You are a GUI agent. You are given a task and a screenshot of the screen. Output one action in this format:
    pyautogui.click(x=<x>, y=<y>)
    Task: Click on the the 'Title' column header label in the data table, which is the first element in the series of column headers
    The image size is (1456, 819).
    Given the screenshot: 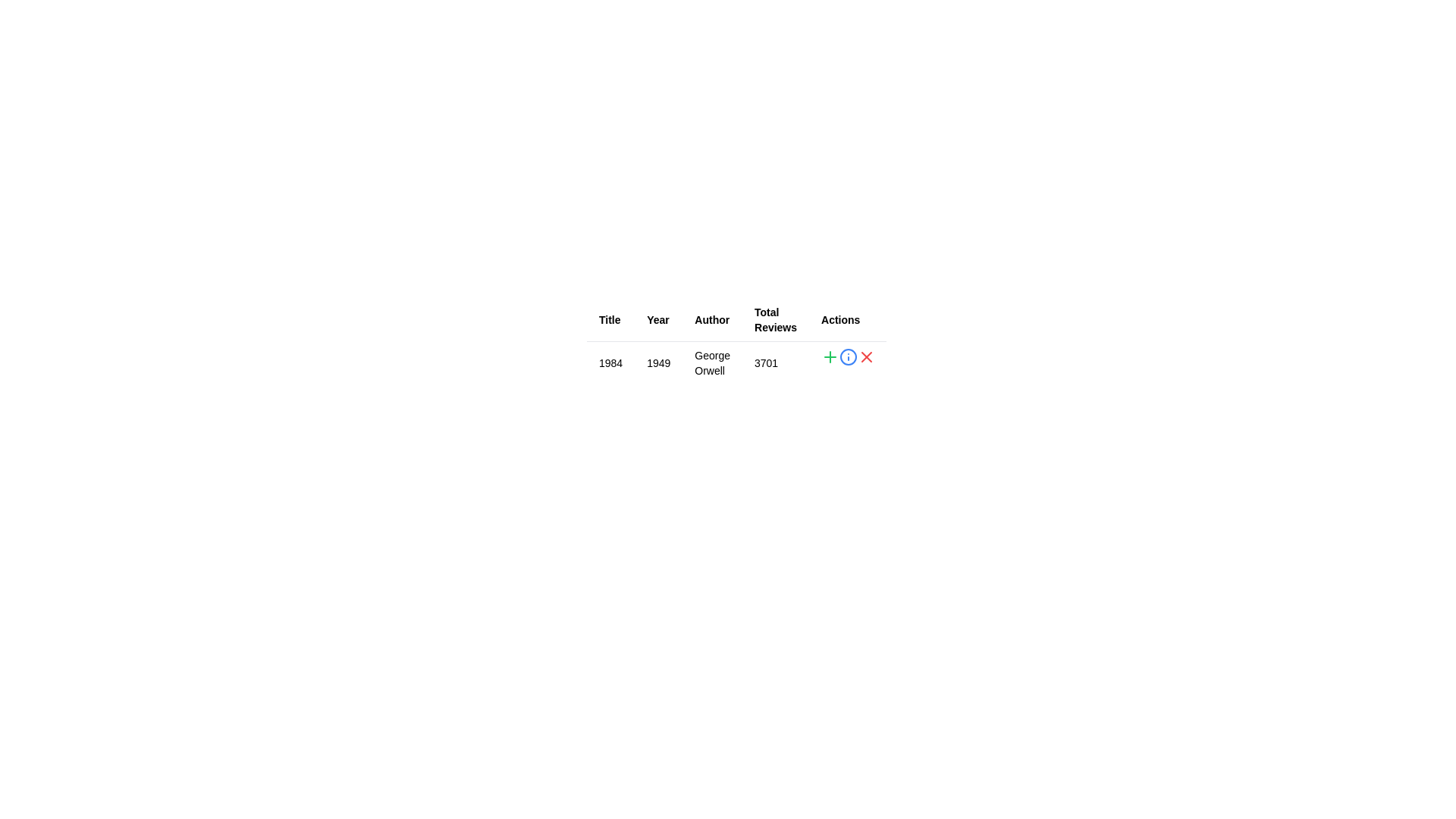 What is the action you would take?
    pyautogui.click(x=610, y=319)
    